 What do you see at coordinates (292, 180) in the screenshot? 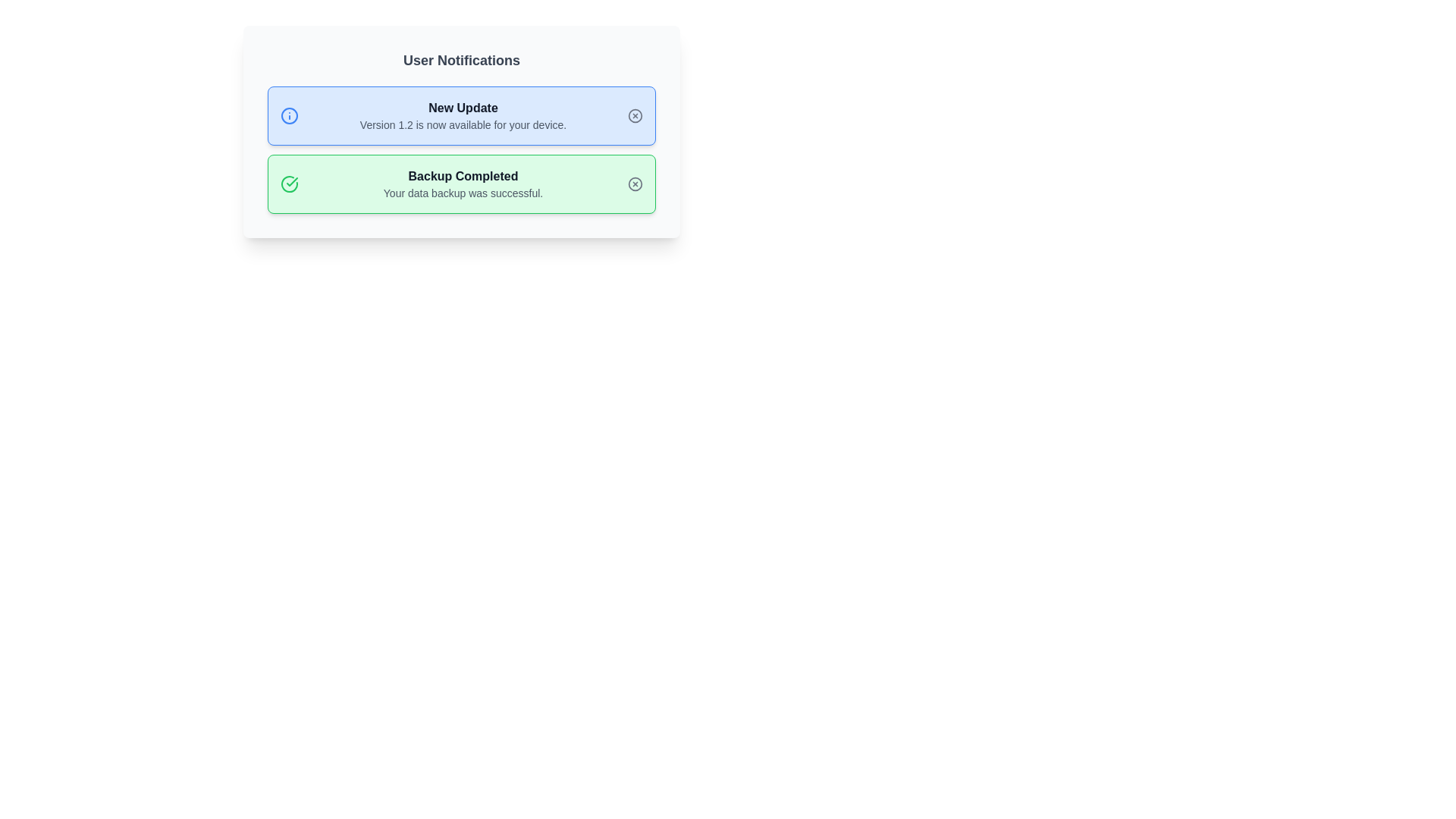
I see `icon indicating successful backup completion located inside the green notification box labeled 'Backup Completed', positioned on the left side of the text` at bounding box center [292, 180].